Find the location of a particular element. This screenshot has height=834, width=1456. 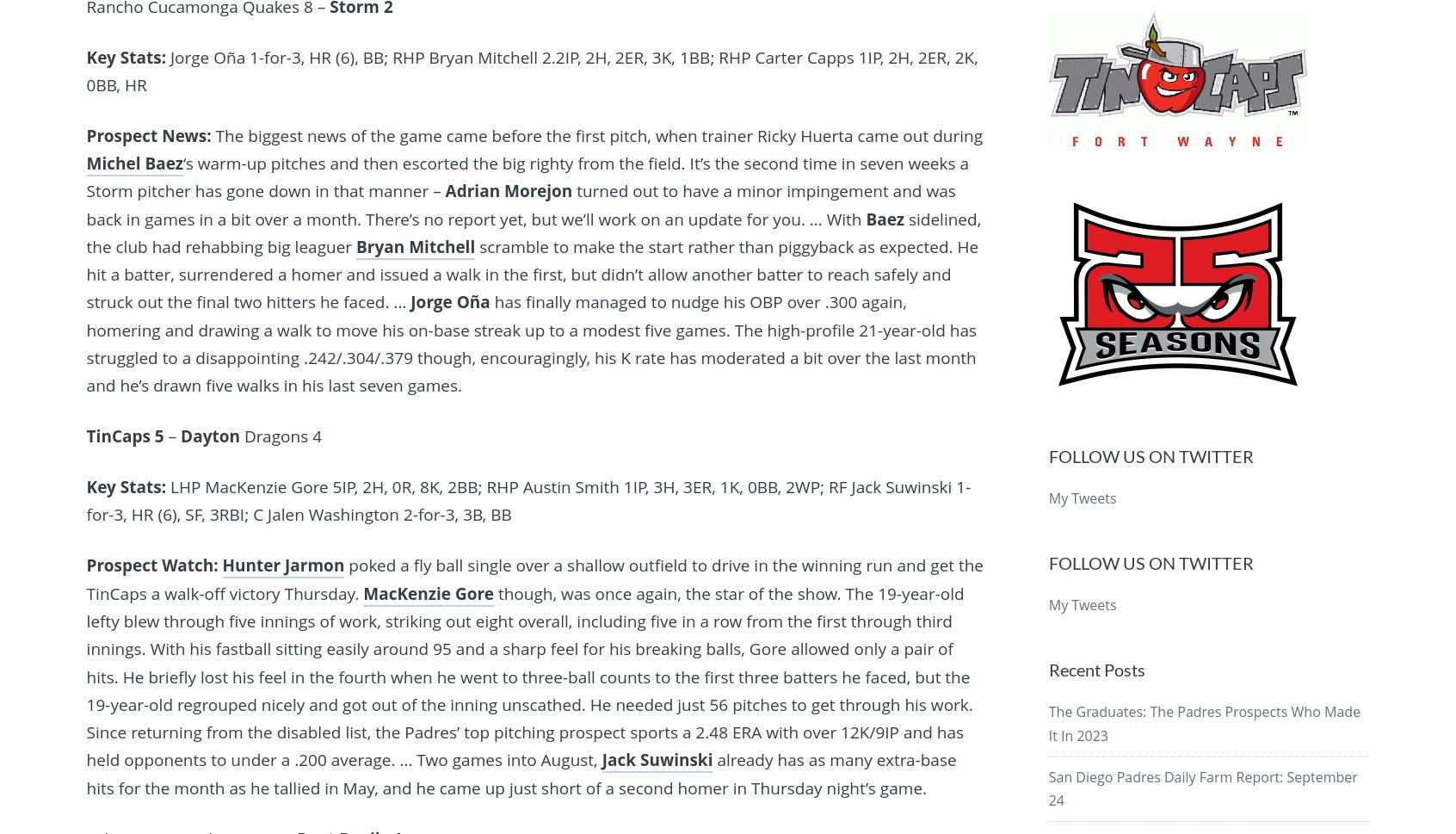

'Recent Posts' is located at coordinates (1095, 669).